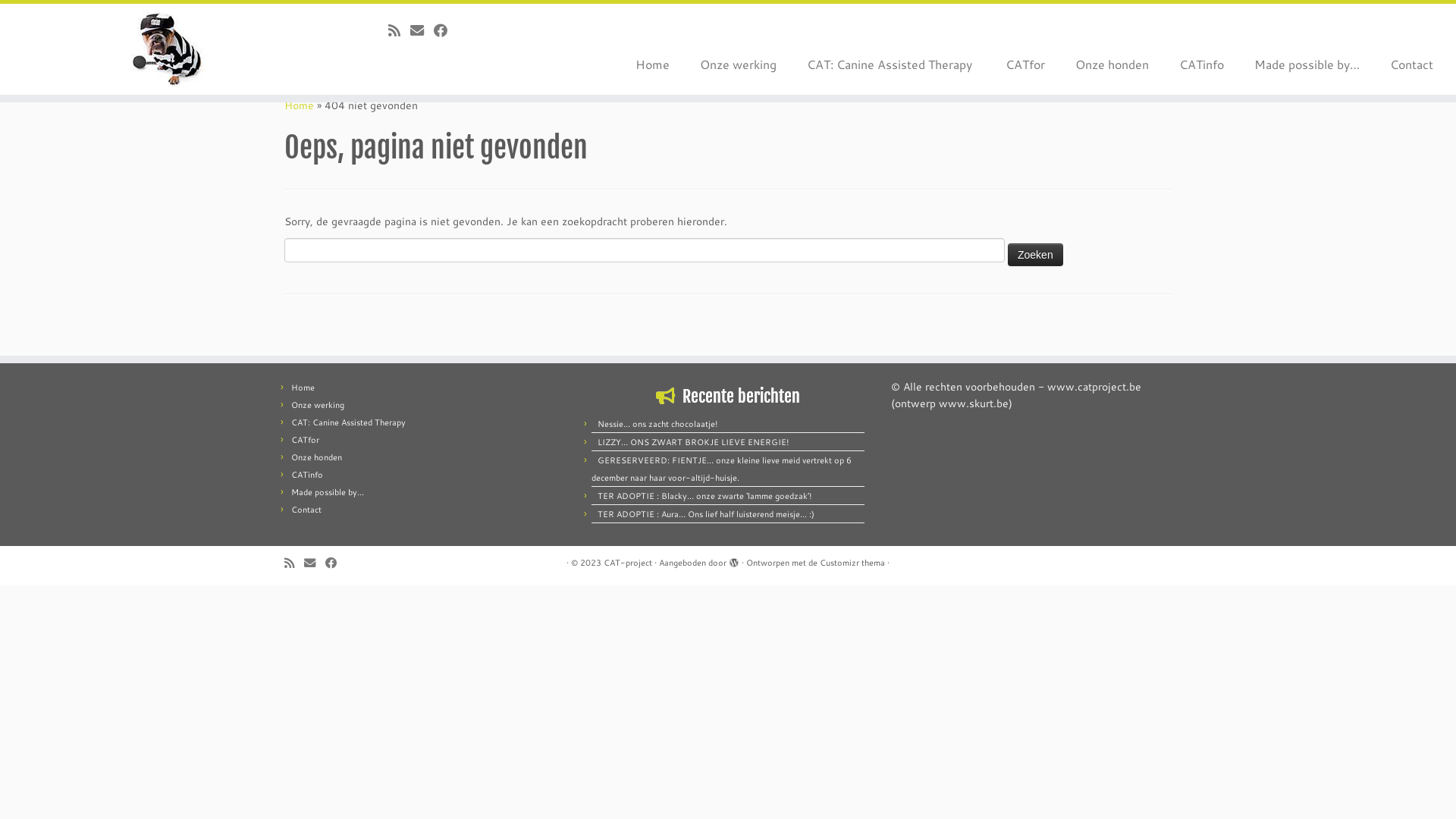  What do you see at coordinates (324, 563) in the screenshot?
I see `'Volg mij op Facebook'` at bounding box center [324, 563].